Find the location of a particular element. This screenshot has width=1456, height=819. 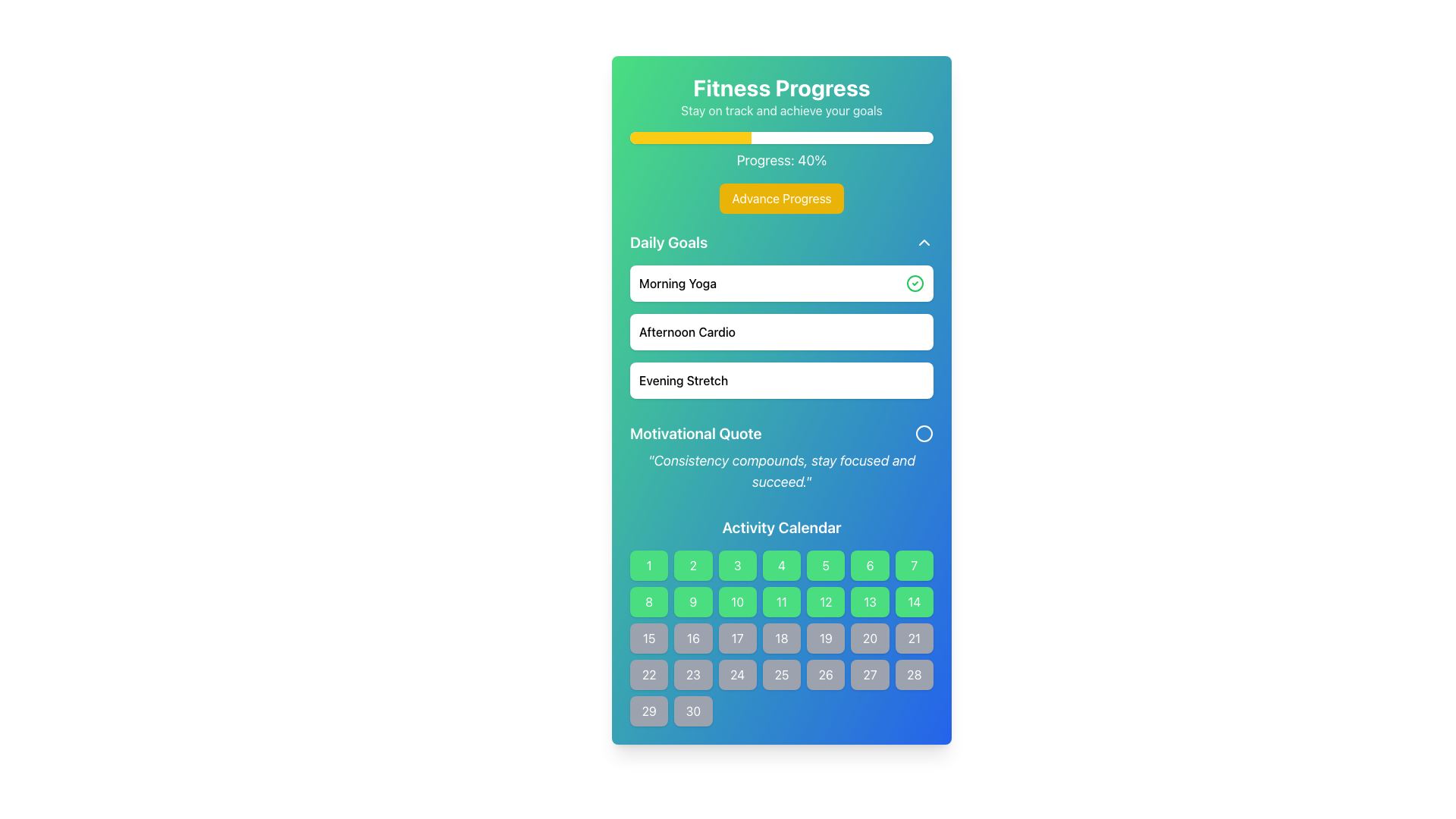

the rounded rectangular button displaying the number '28' in the calendar grid is located at coordinates (913, 674).